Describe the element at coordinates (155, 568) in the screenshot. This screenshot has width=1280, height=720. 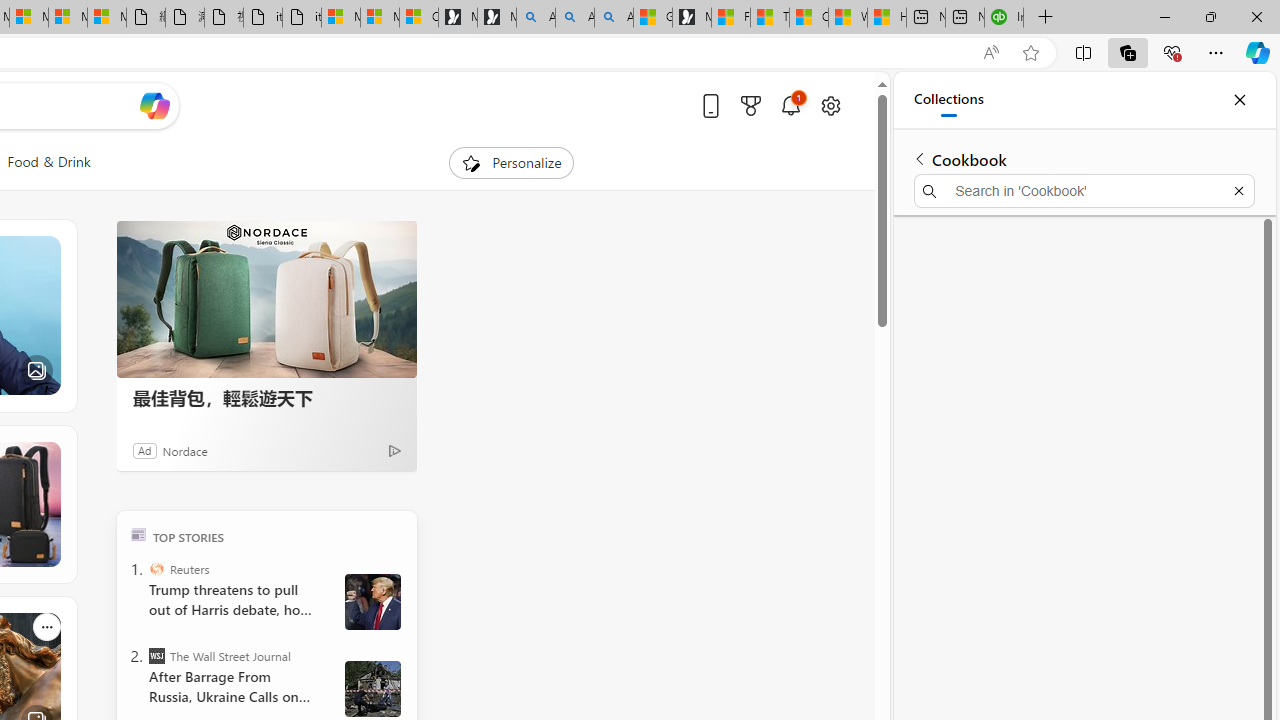
I see `'Reuters'` at that location.